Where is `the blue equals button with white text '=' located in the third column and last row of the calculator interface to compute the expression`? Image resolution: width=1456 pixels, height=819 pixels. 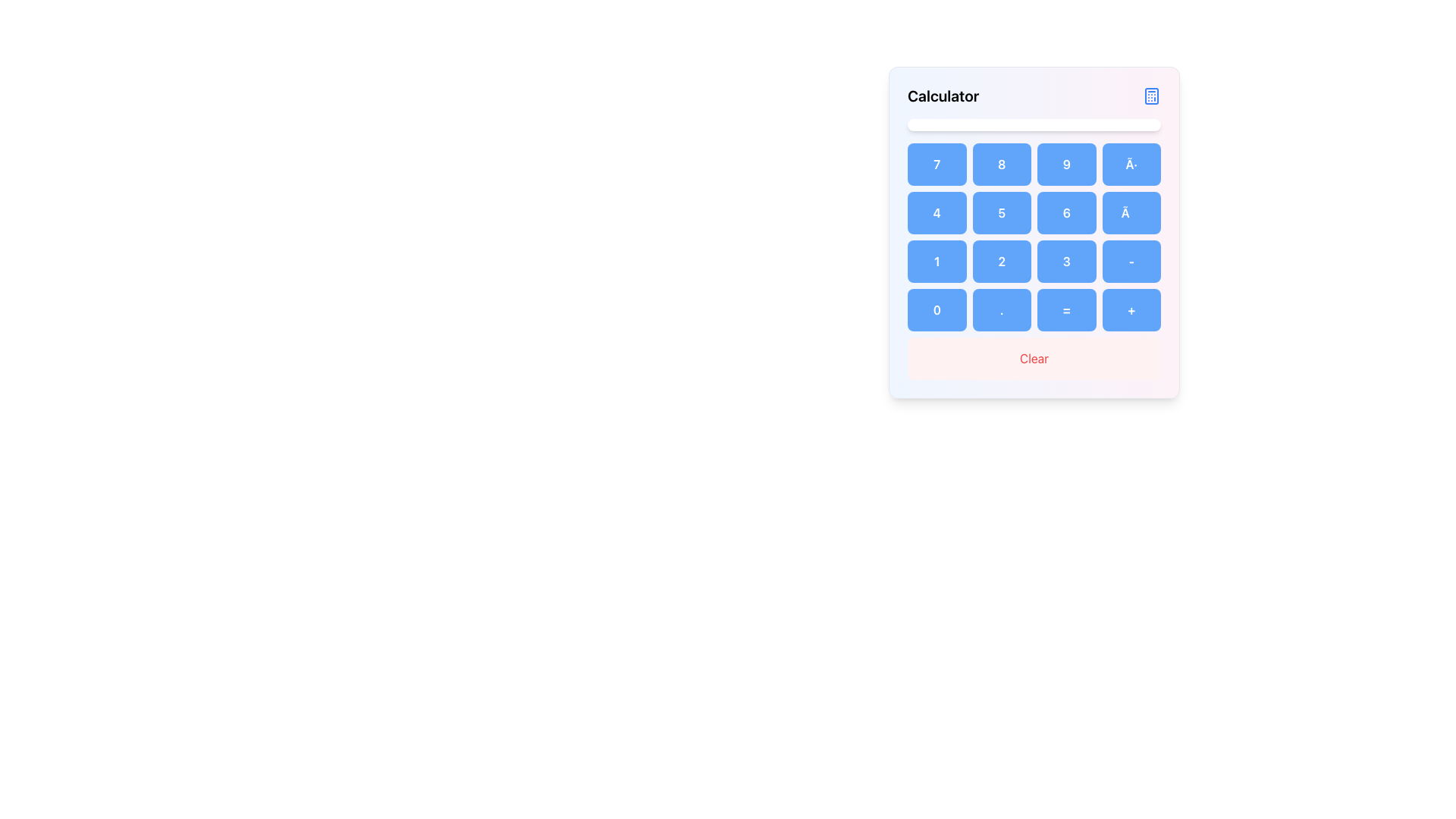 the blue equals button with white text '=' located in the third column and last row of the calculator interface to compute the expression is located at coordinates (1065, 309).